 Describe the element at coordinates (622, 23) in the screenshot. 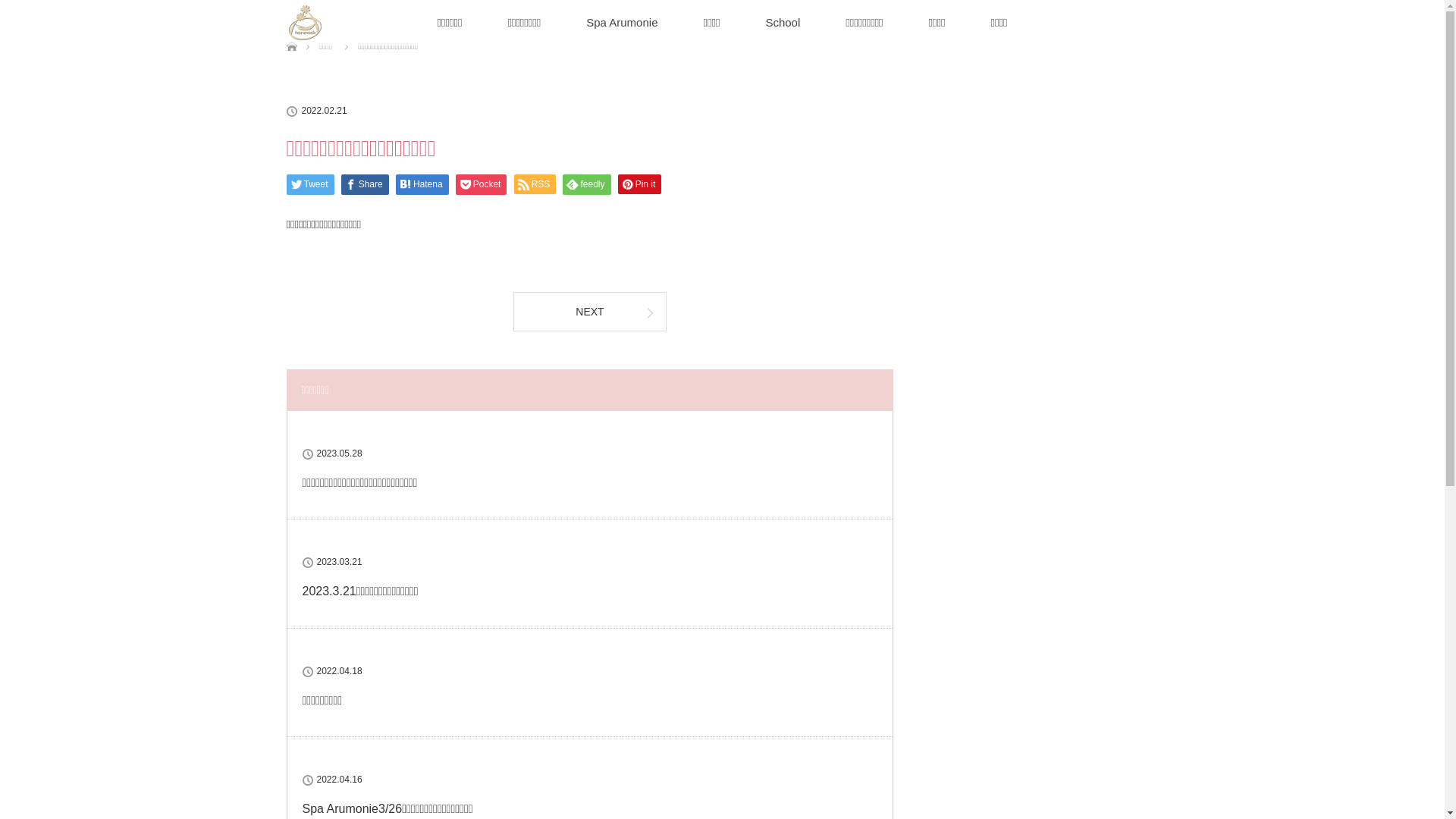

I see `'Spa Arumonie'` at that location.